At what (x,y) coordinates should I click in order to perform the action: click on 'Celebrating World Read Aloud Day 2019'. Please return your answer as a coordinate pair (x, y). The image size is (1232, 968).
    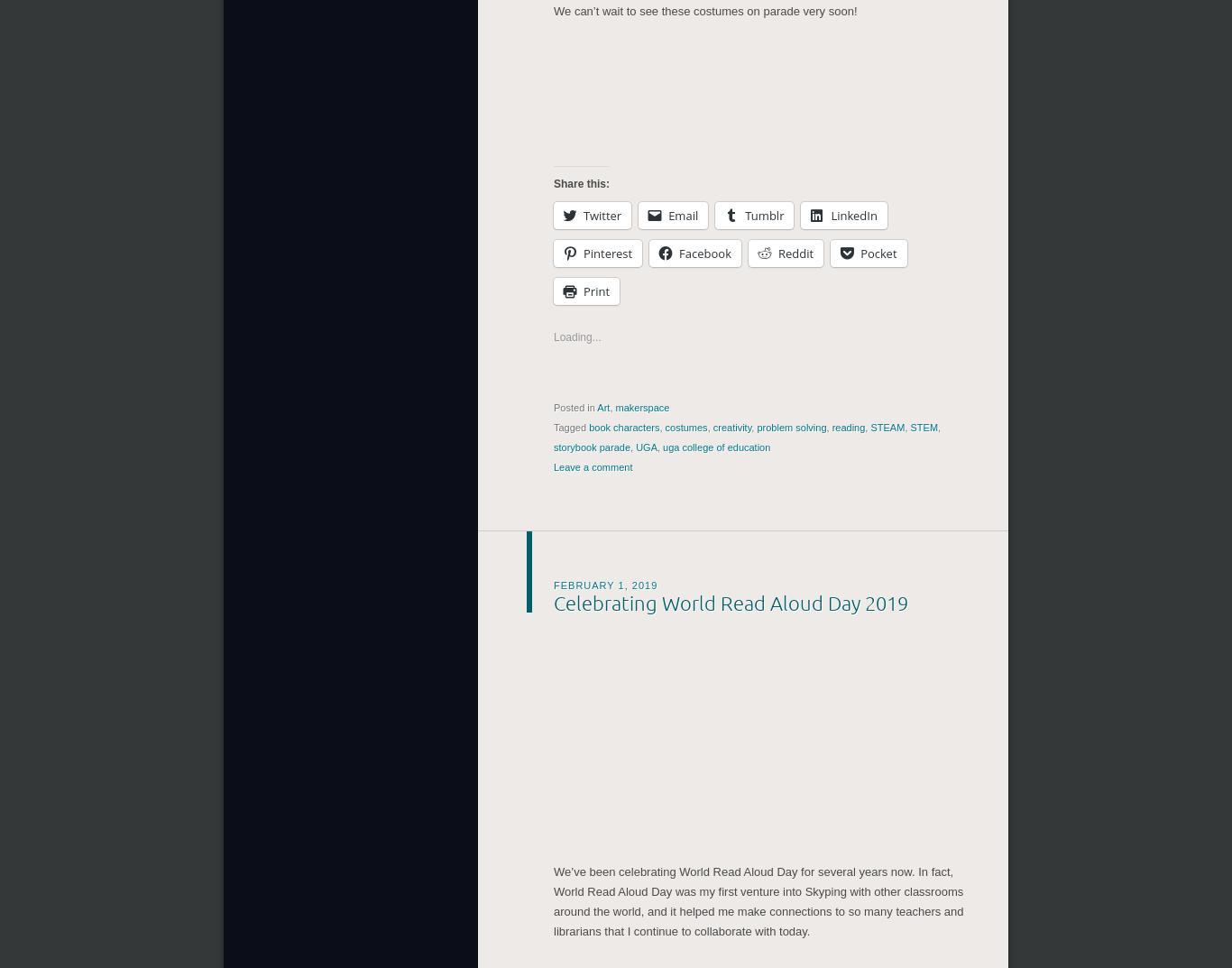
    Looking at the image, I should click on (730, 598).